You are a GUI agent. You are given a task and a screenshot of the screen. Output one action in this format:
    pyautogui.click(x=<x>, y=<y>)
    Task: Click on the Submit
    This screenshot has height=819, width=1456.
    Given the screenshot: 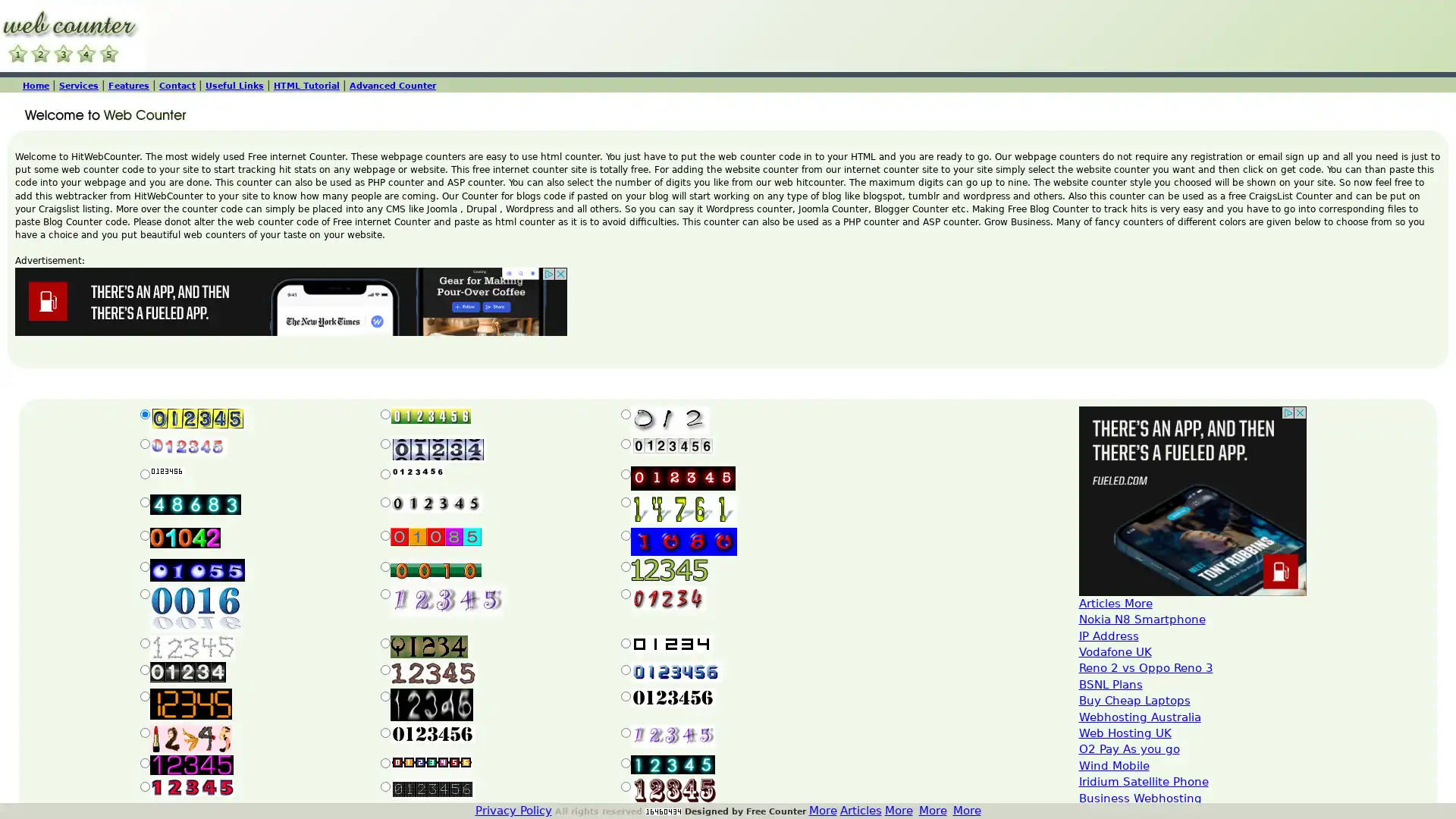 What is the action you would take?
    pyautogui.click(x=435, y=503)
    